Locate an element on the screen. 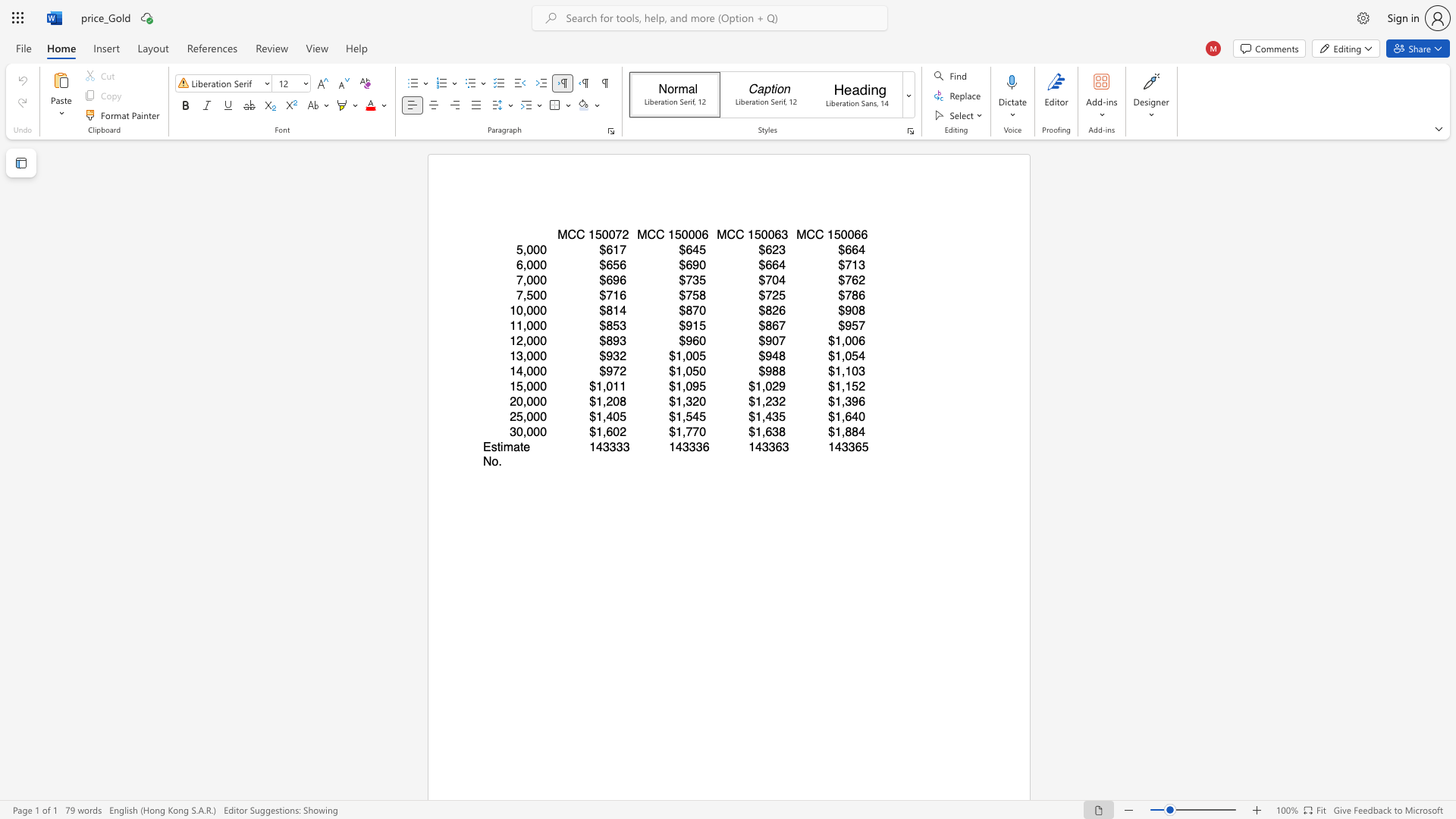  the subset text "150006" within the text "MCC 150006" is located at coordinates (667, 234).